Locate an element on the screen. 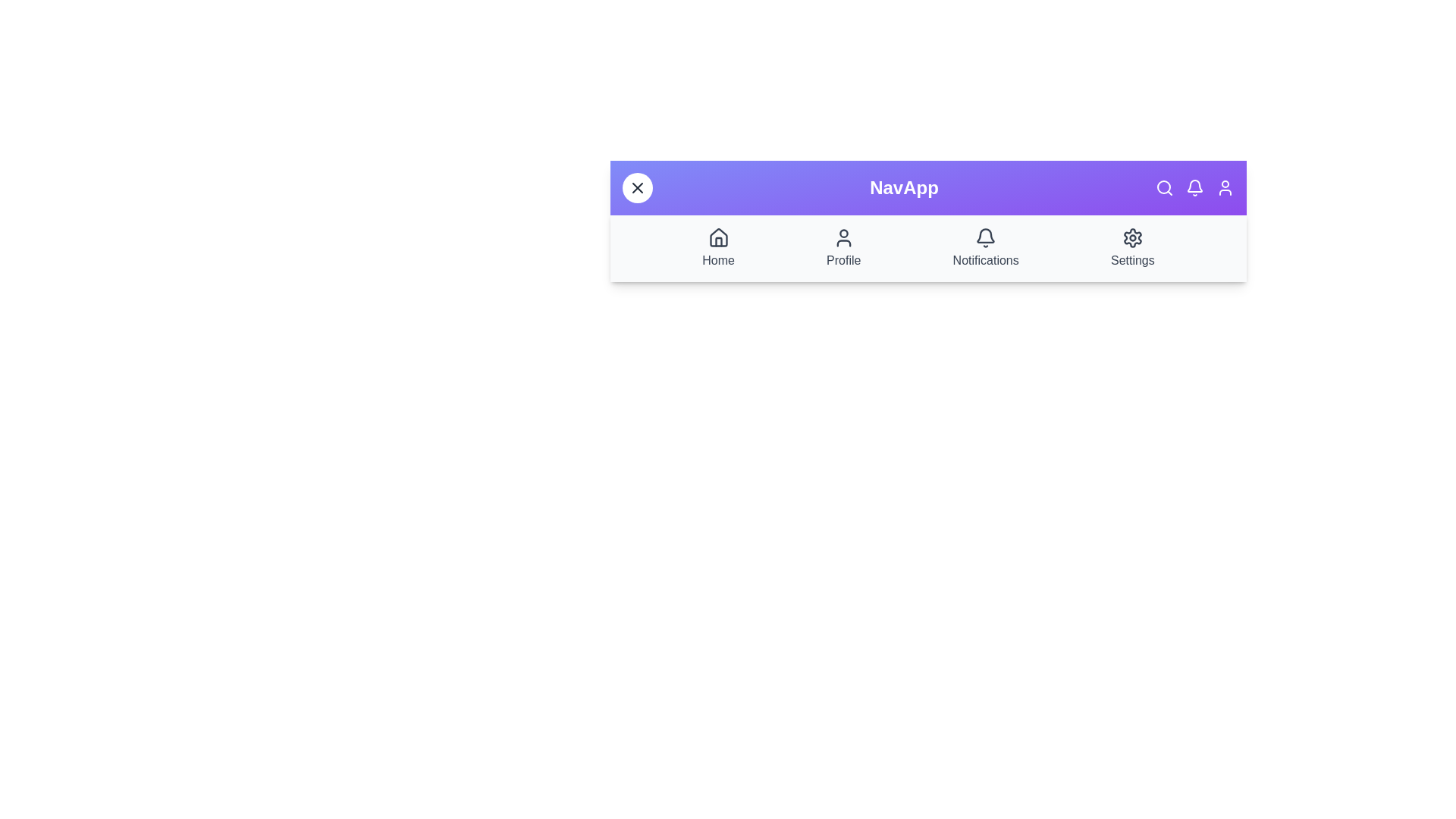 Image resolution: width=1456 pixels, height=819 pixels. the Home navigation button is located at coordinates (717, 247).